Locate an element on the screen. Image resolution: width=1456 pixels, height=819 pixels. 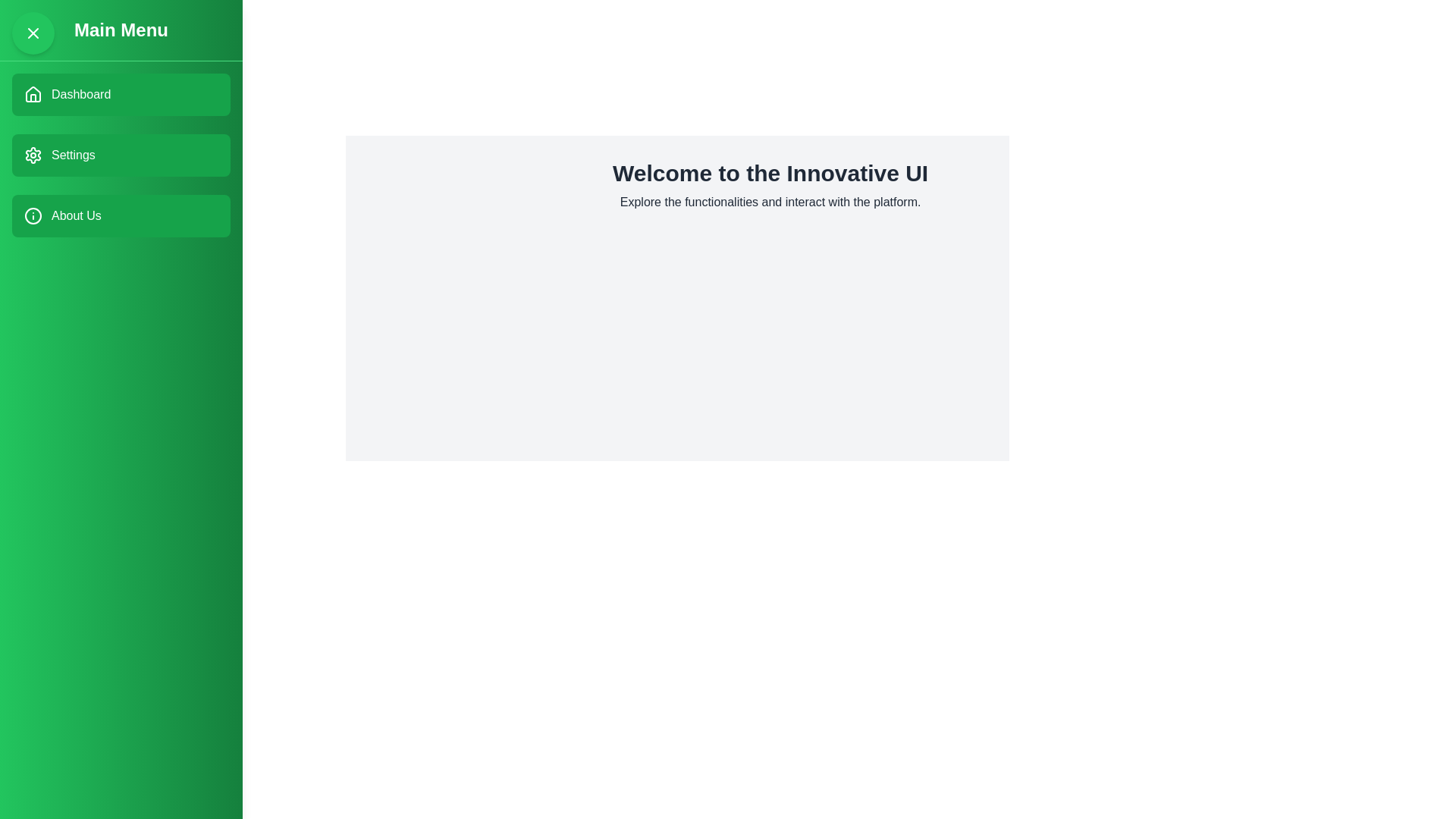
the menu item Settings from the options Dashboard, Settings, and About Us is located at coordinates (120, 155).